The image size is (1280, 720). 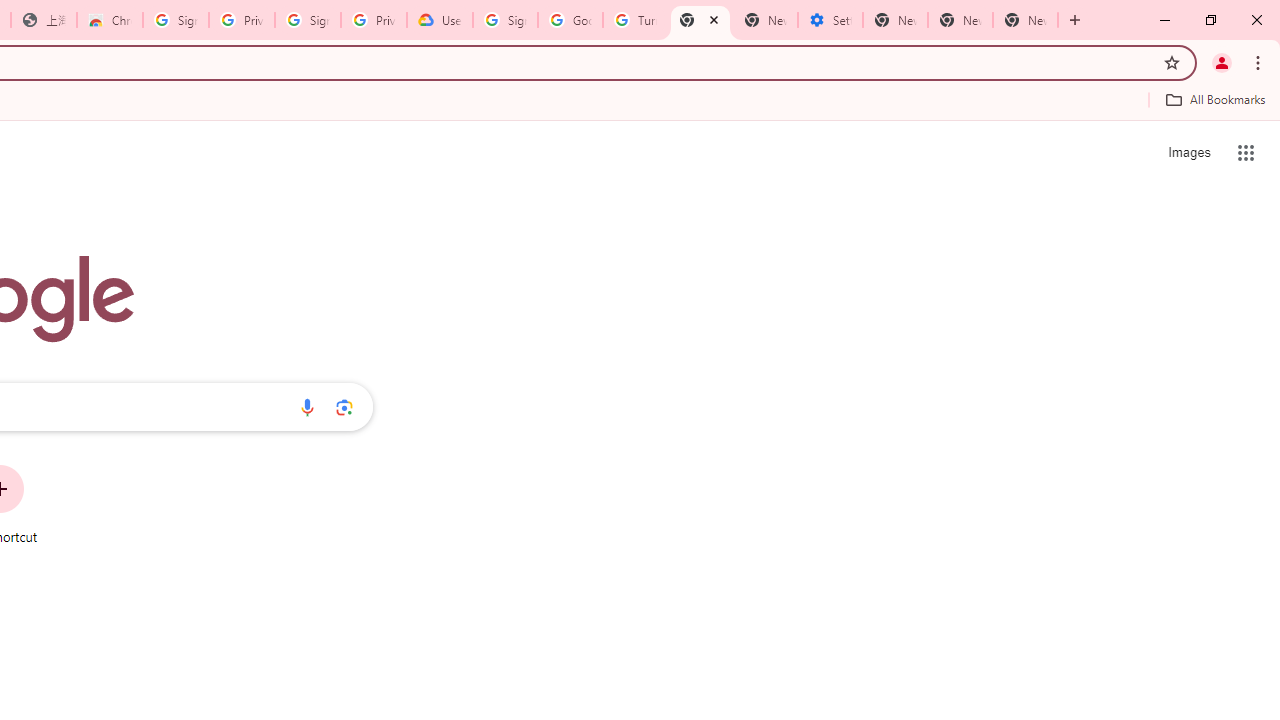 What do you see at coordinates (569, 20) in the screenshot?
I see `'Google Account Help'` at bounding box center [569, 20].